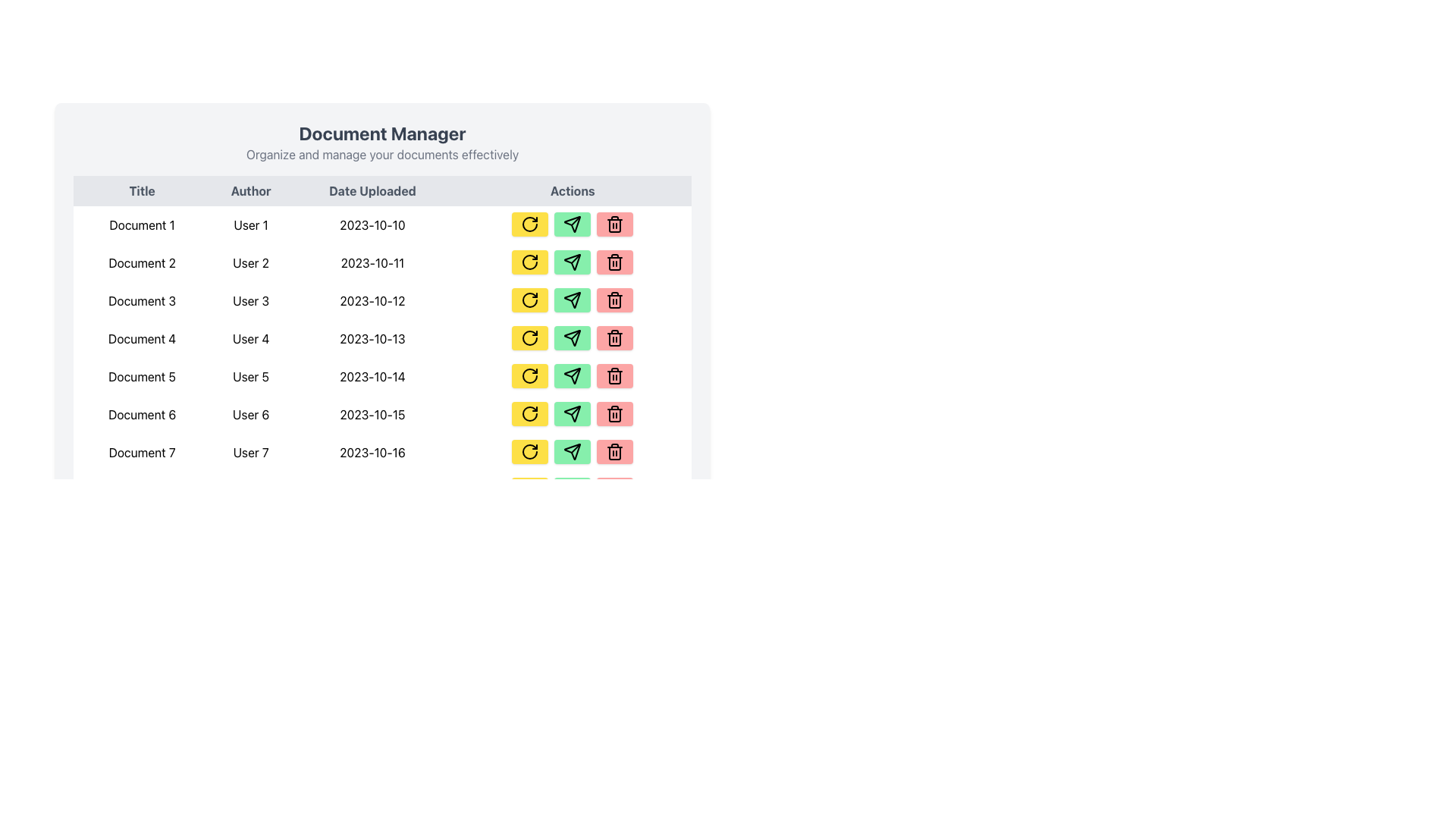  I want to click on the text label displaying the date '2023-10-14' in the 'Date Uploaded' column of the document table, which is the third item in the fifth row, so click(372, 376).